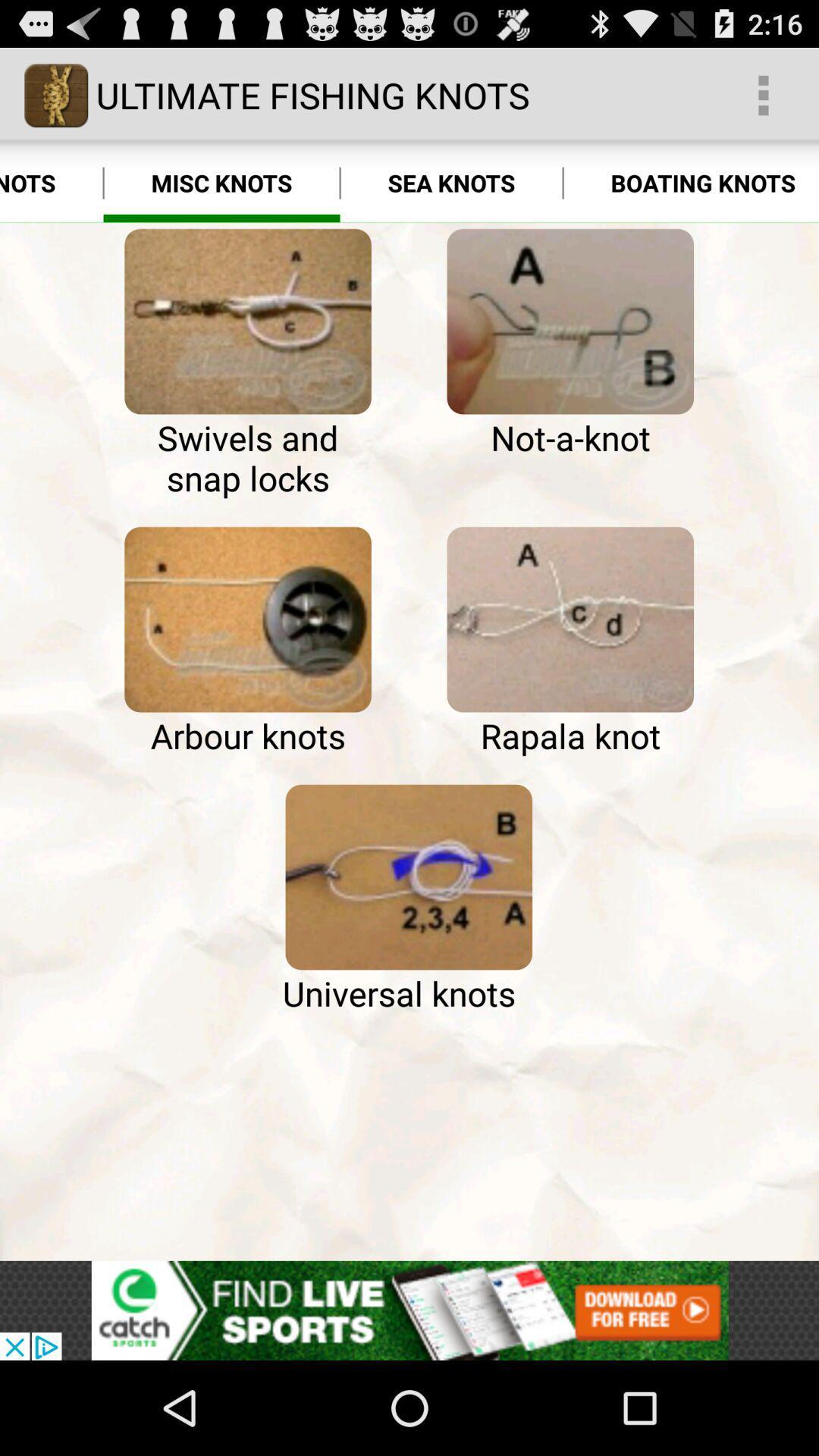 Image resolution: width=819 pixels, height=1456 pixels. I want to click on advertisement, so click(409, 1310).